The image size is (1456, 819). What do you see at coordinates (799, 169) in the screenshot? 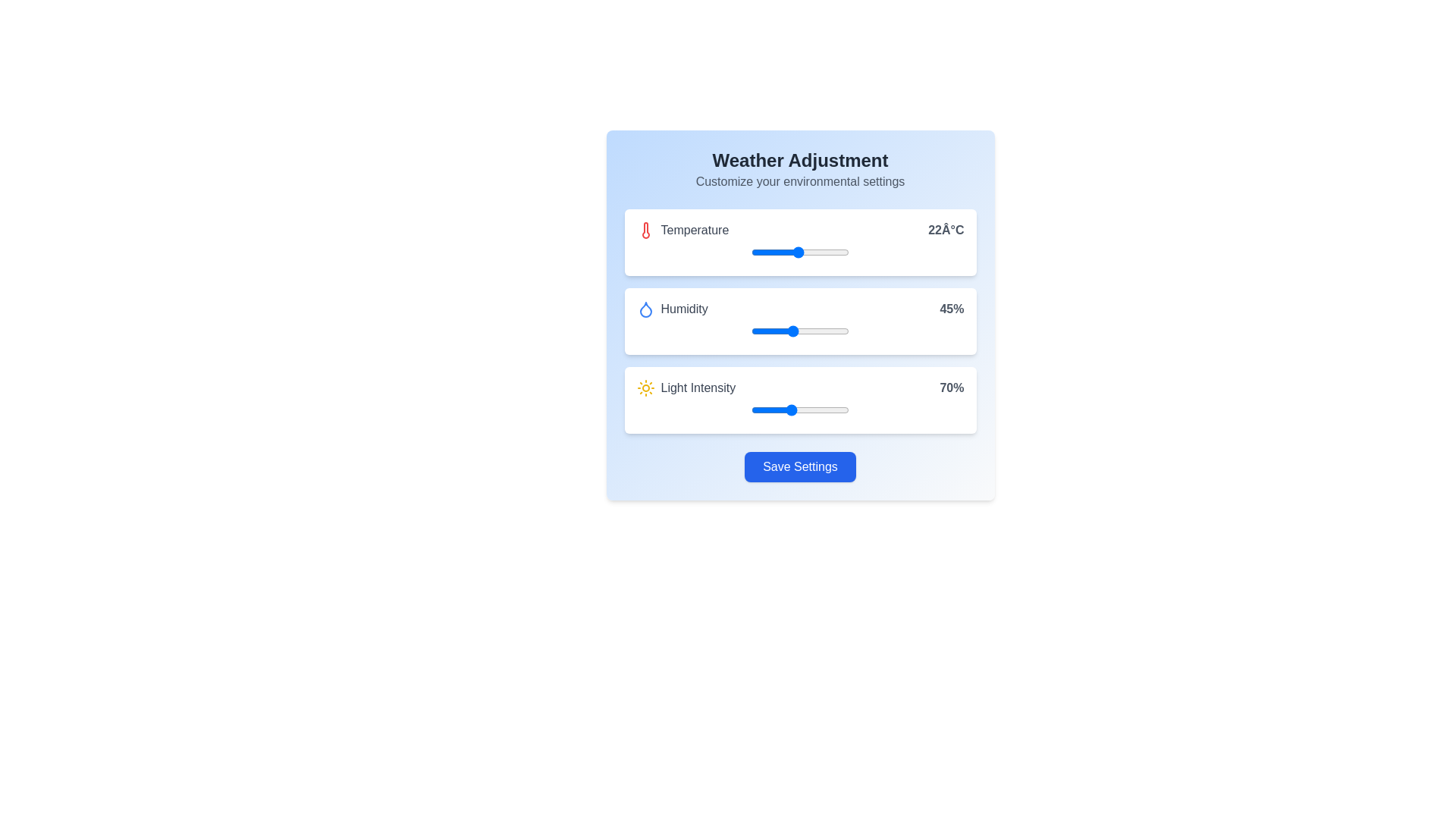
I see `text of the Header element titled 'Weather Adjustment', which contains the subtitle 'Customize your environmental settings'` at bounding box center [799, 169].